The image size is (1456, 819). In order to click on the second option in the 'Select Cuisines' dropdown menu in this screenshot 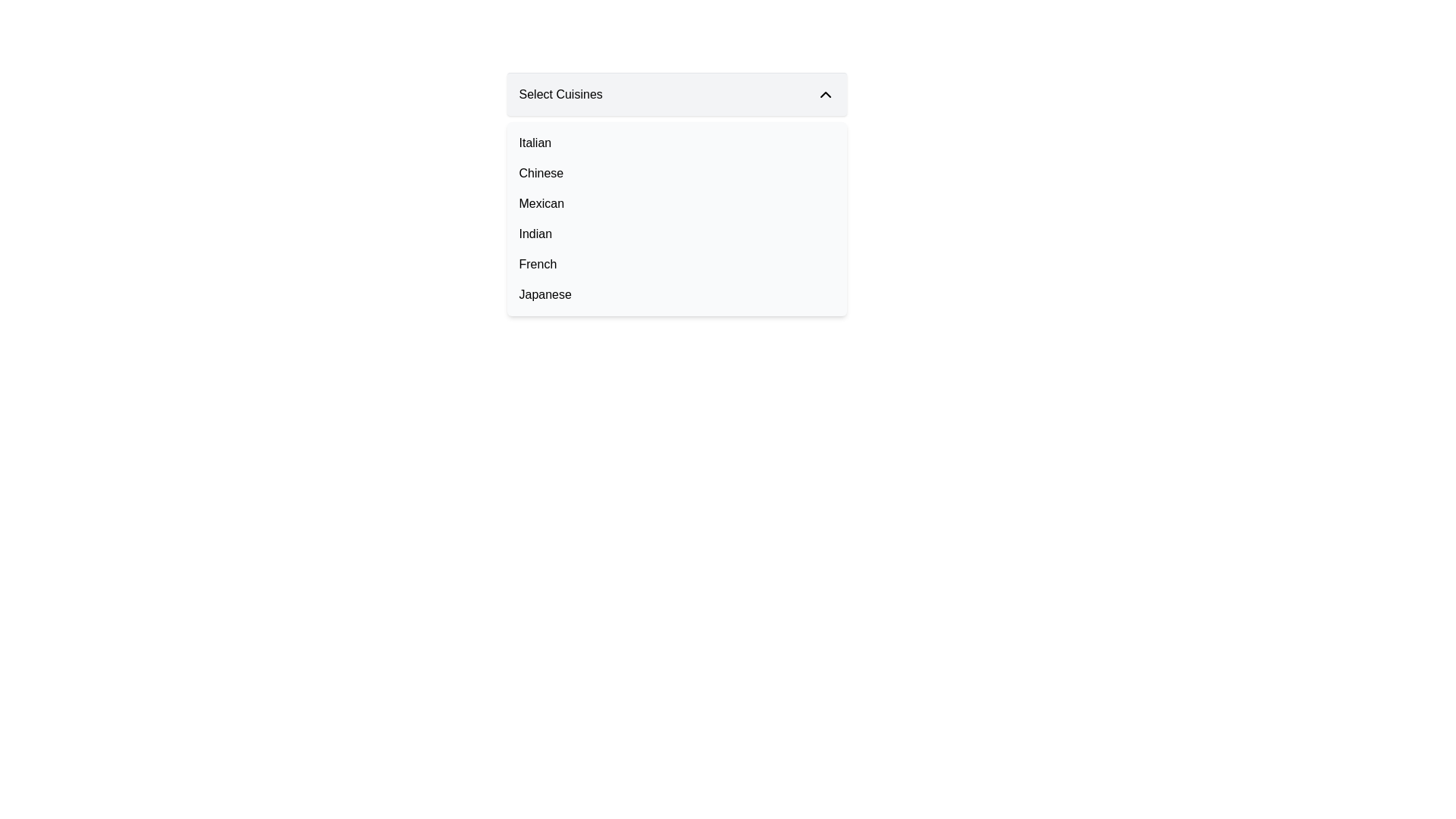, I will do `click(676, 172)`.